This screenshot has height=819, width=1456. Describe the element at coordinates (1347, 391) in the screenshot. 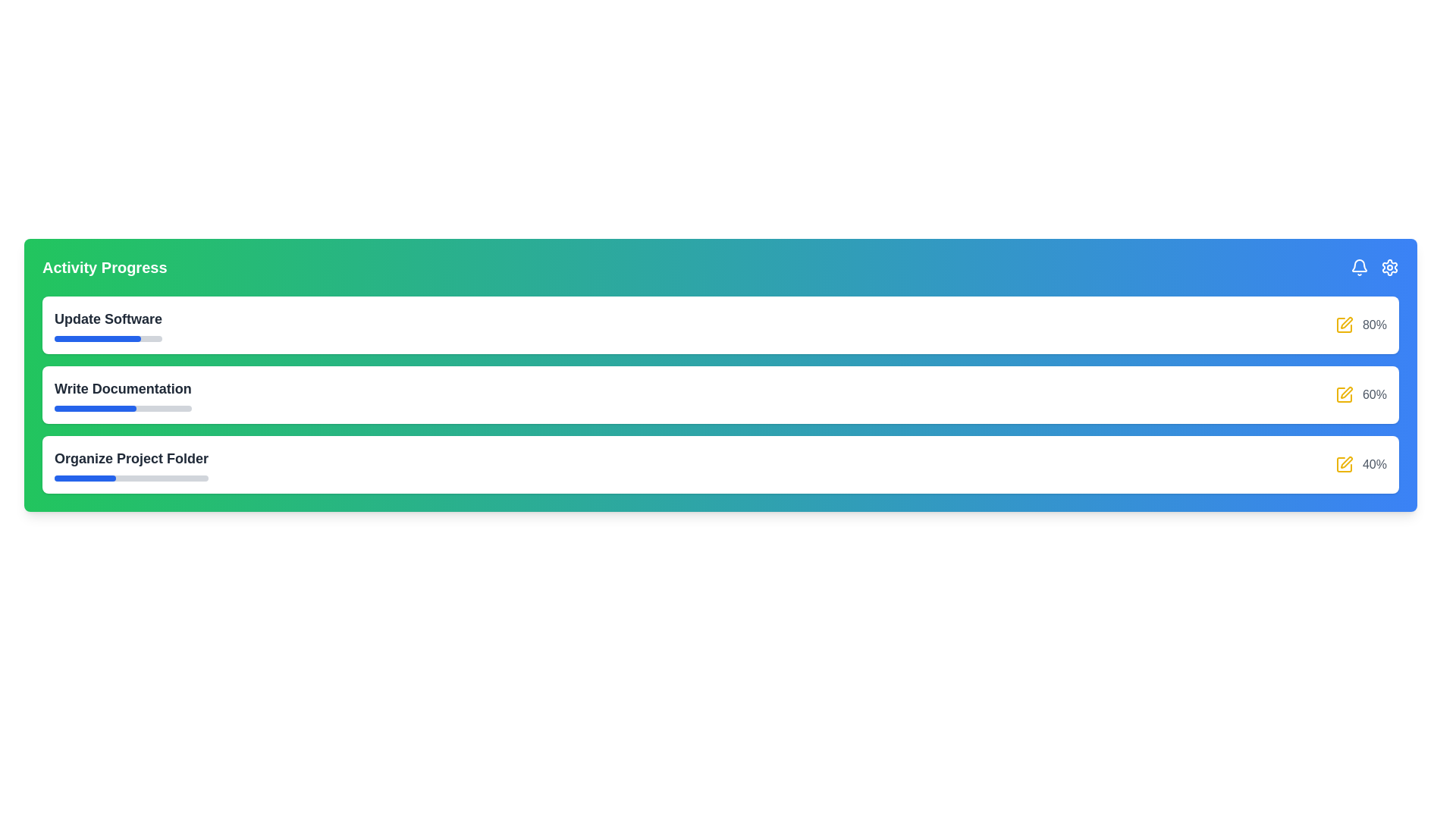

I see `the pen icon with a yellow outline, located next to the '60%' text indicator for the 'Write Documentation' task` at that location.